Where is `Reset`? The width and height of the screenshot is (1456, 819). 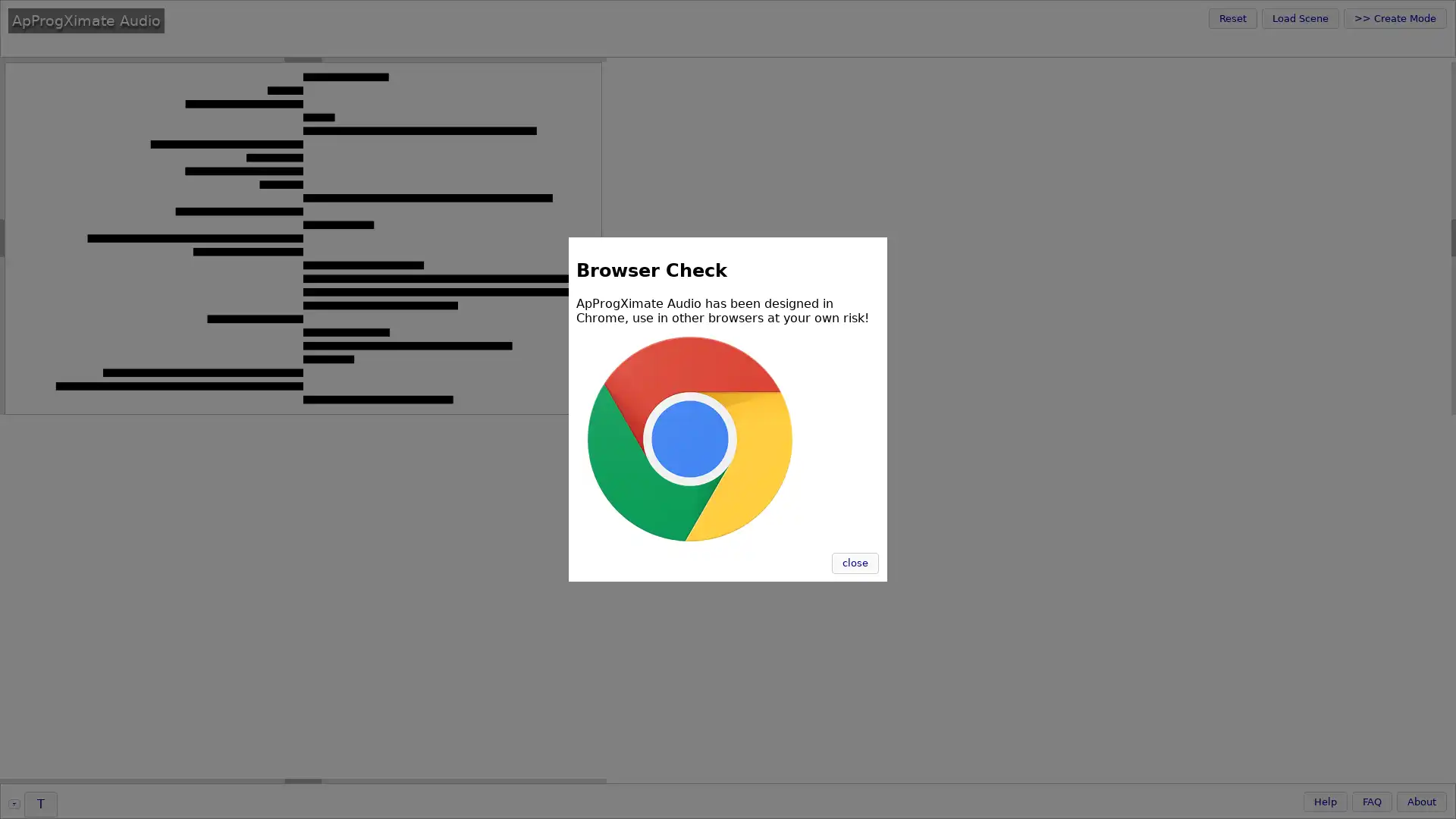 Reset is located at coordinates (1233, 18).